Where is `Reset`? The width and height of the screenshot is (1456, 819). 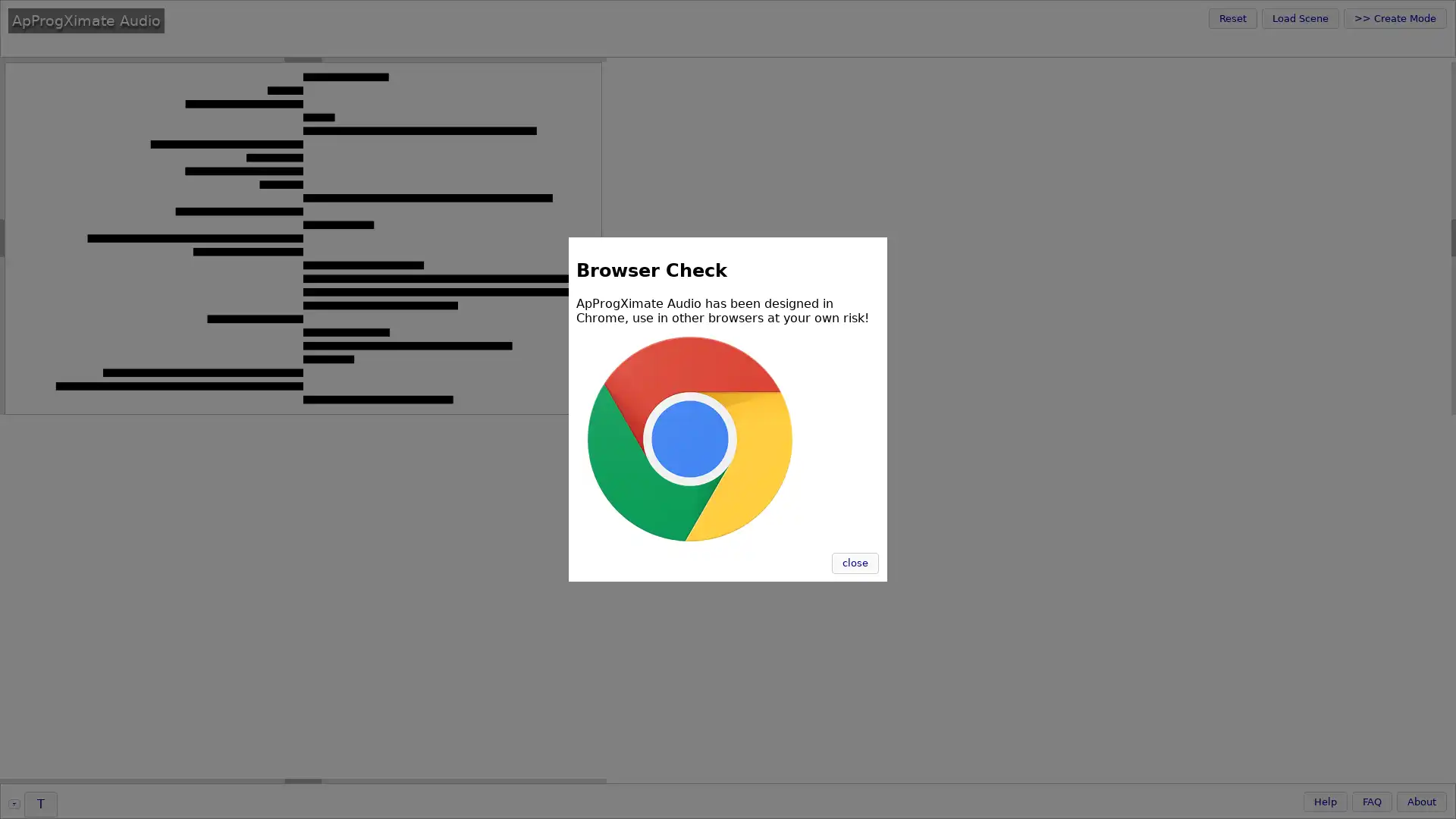 Reset is located at coordinates (1233, 18).